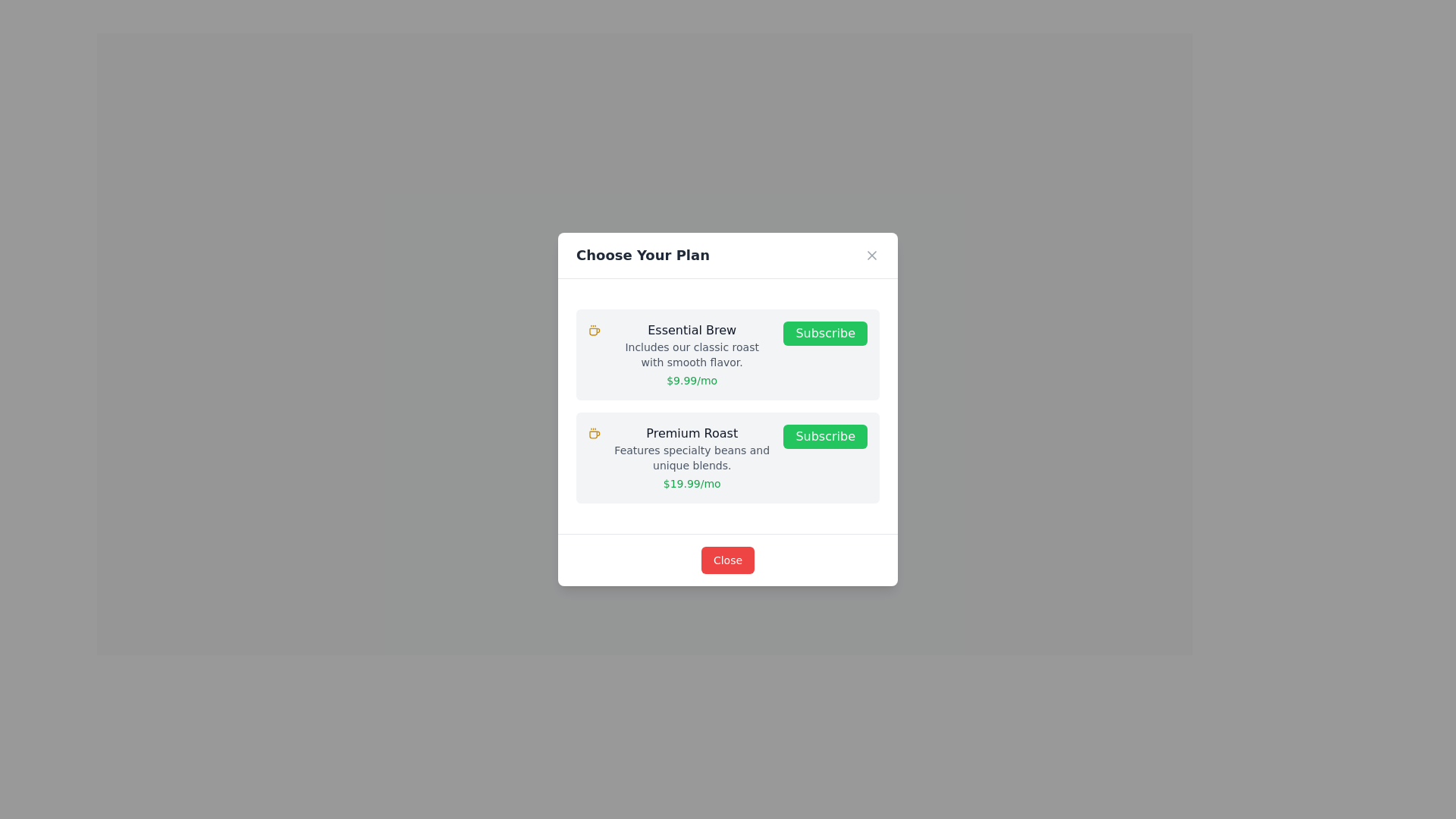 This screenshot has height=819, width=1456. Describe the element at coordinates (872, 254) in the screenshot. I see `the close button represented by a small gray cross ('X') icon located at the top-right corner of the modal window` at that location.